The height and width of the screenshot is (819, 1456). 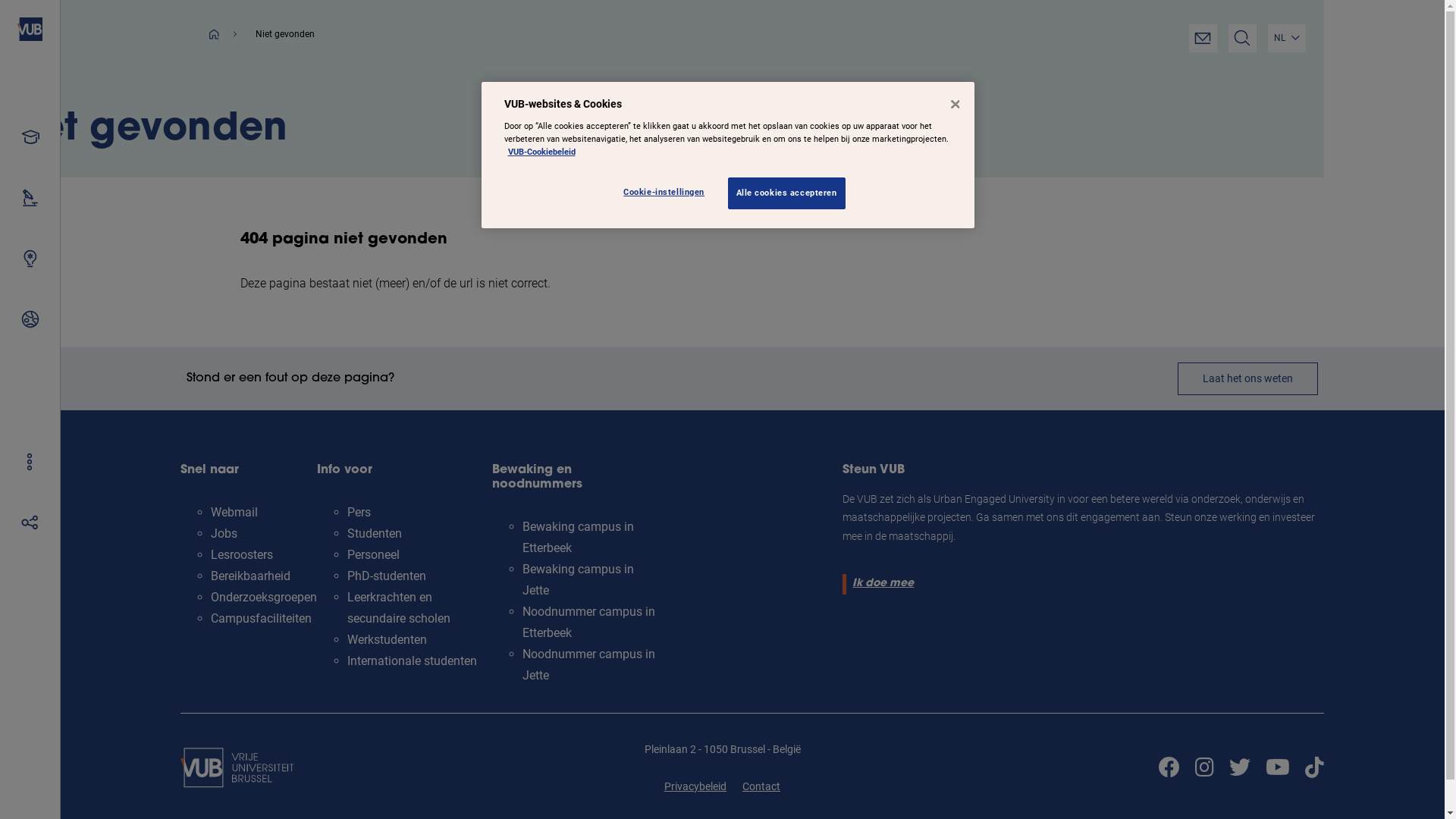 What do you see at coordinates (1313, 767) in the screenshot?
I see `'Open de tiktok pagina van VUB'` at bounding box center [1313, 767].